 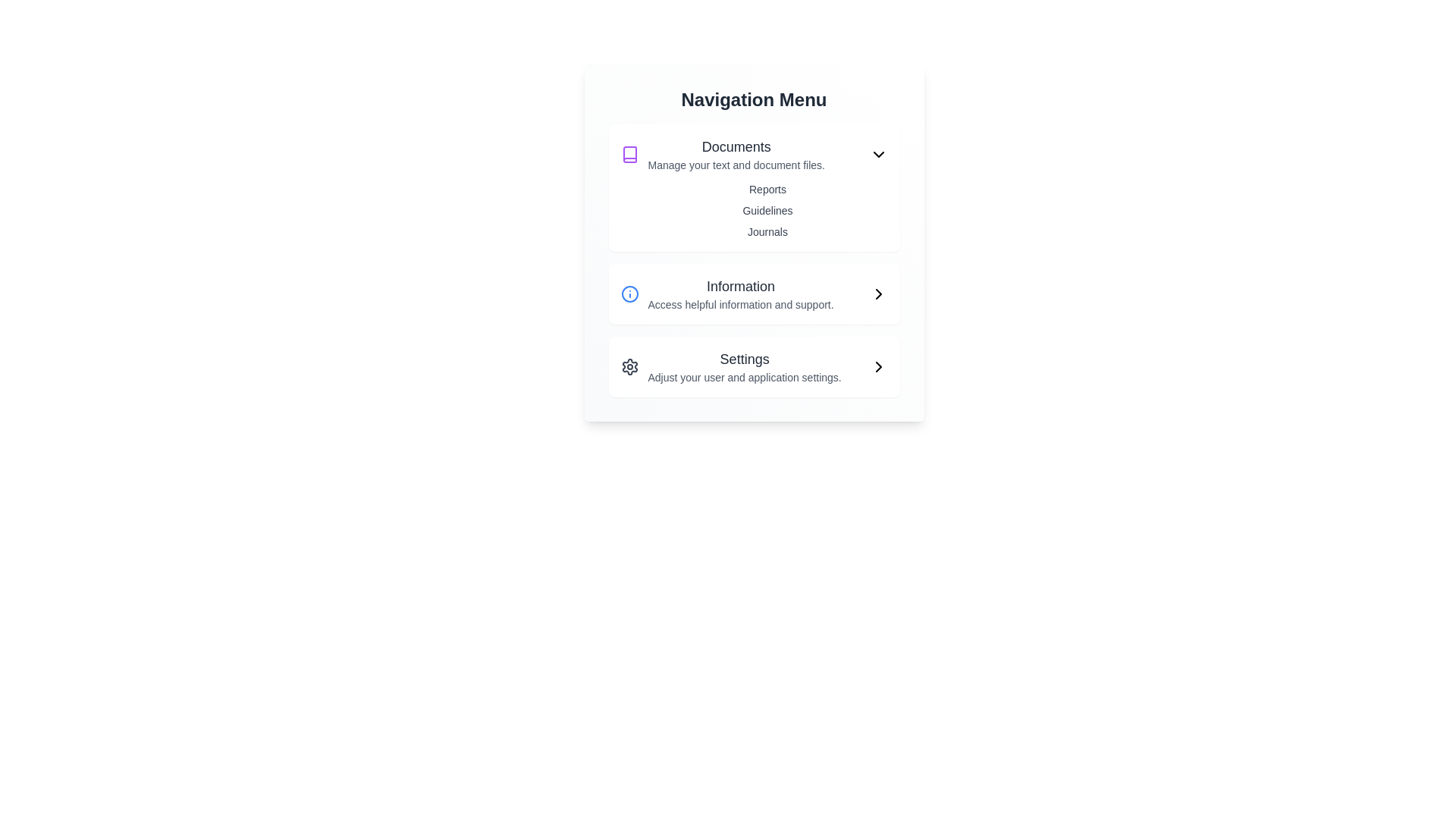 I want to click on the purple book icon located to the left of the 'Documents' title in the 'DocumentsManage your text and document files.' group, so click(x=629, y=155).